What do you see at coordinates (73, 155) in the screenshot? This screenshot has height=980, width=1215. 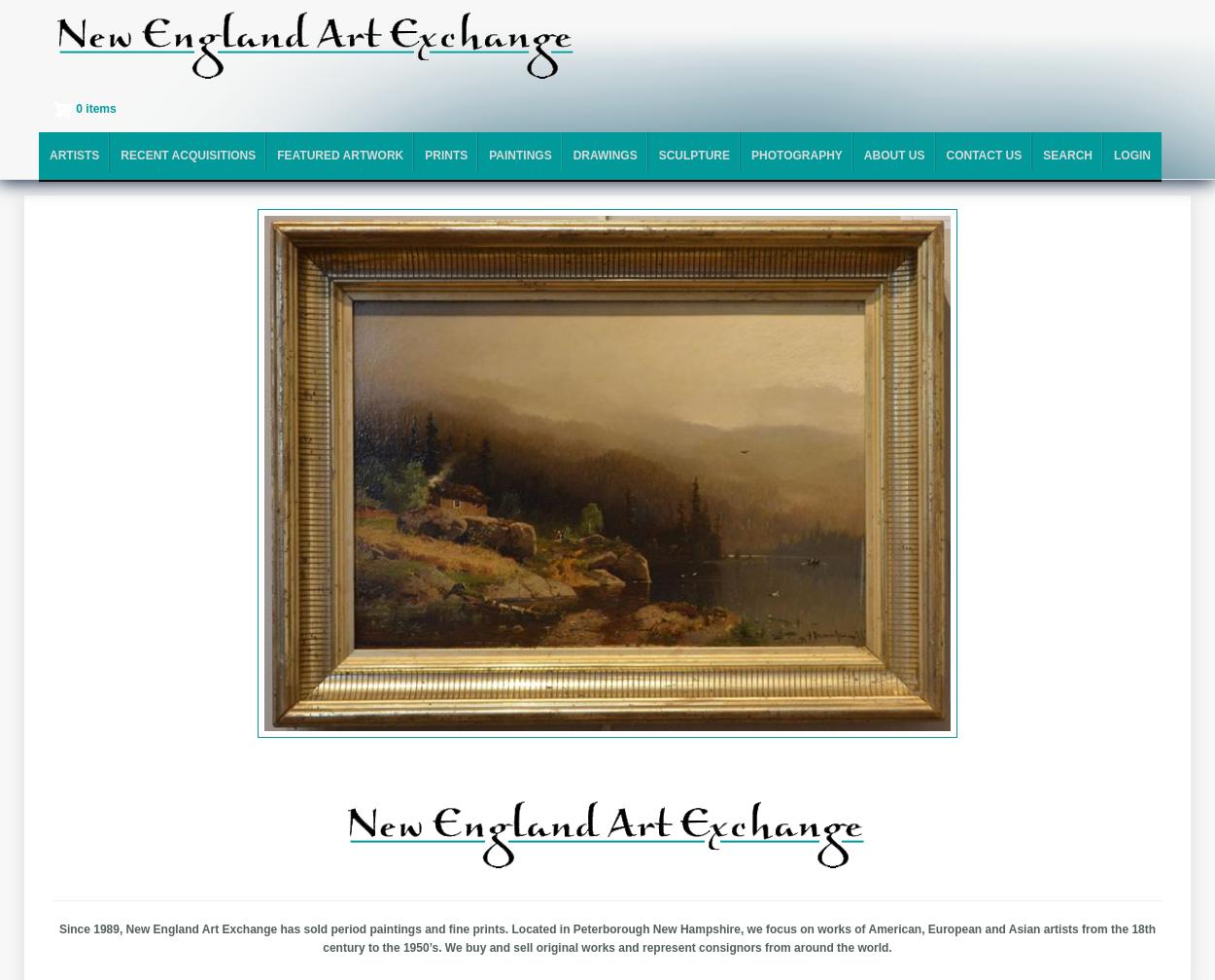 I see `'Artists'` at bounding box center [73, 155].